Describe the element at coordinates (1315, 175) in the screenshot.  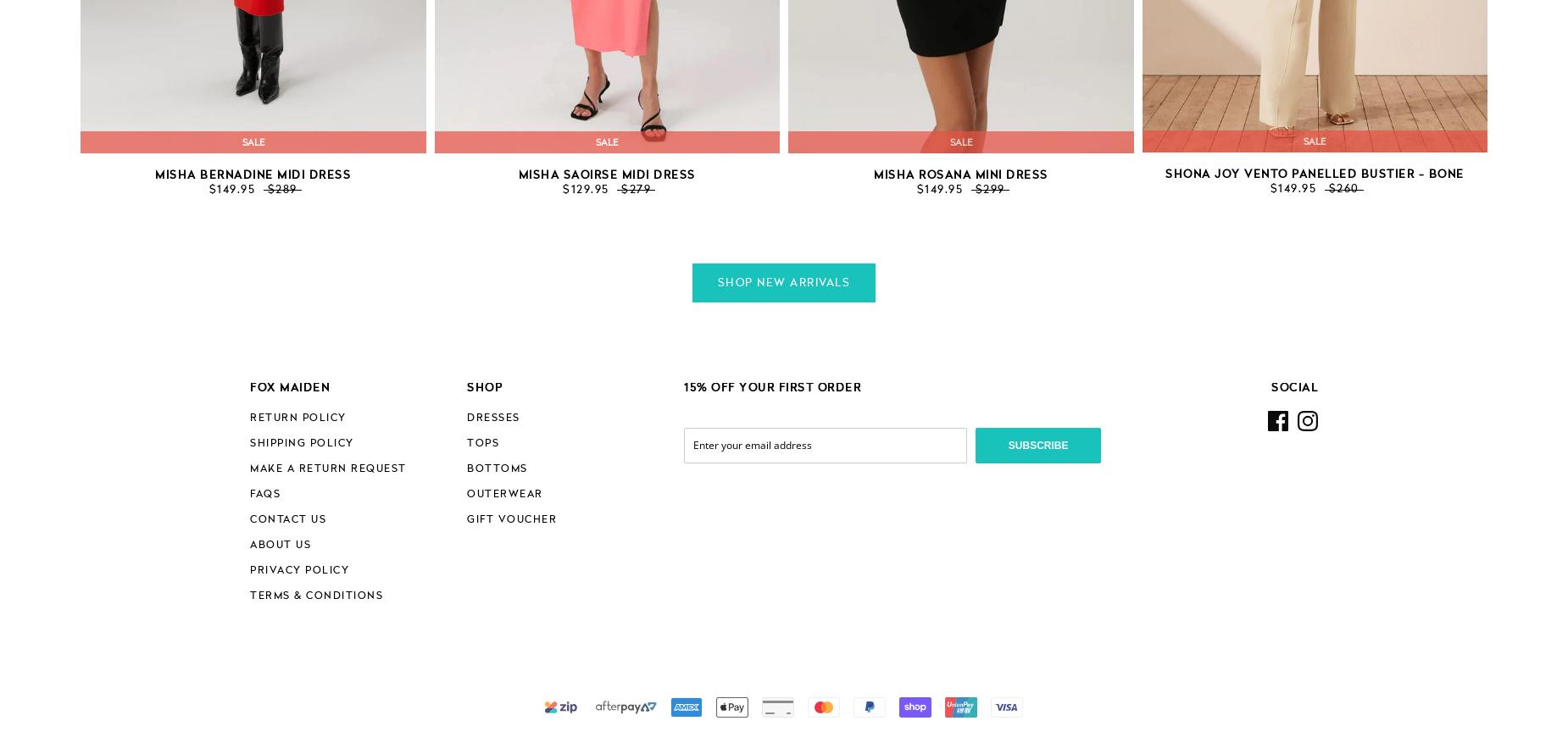
I see `'SHONA JOY VENTO PANELLED BUSTIER - BONE'` at that location.